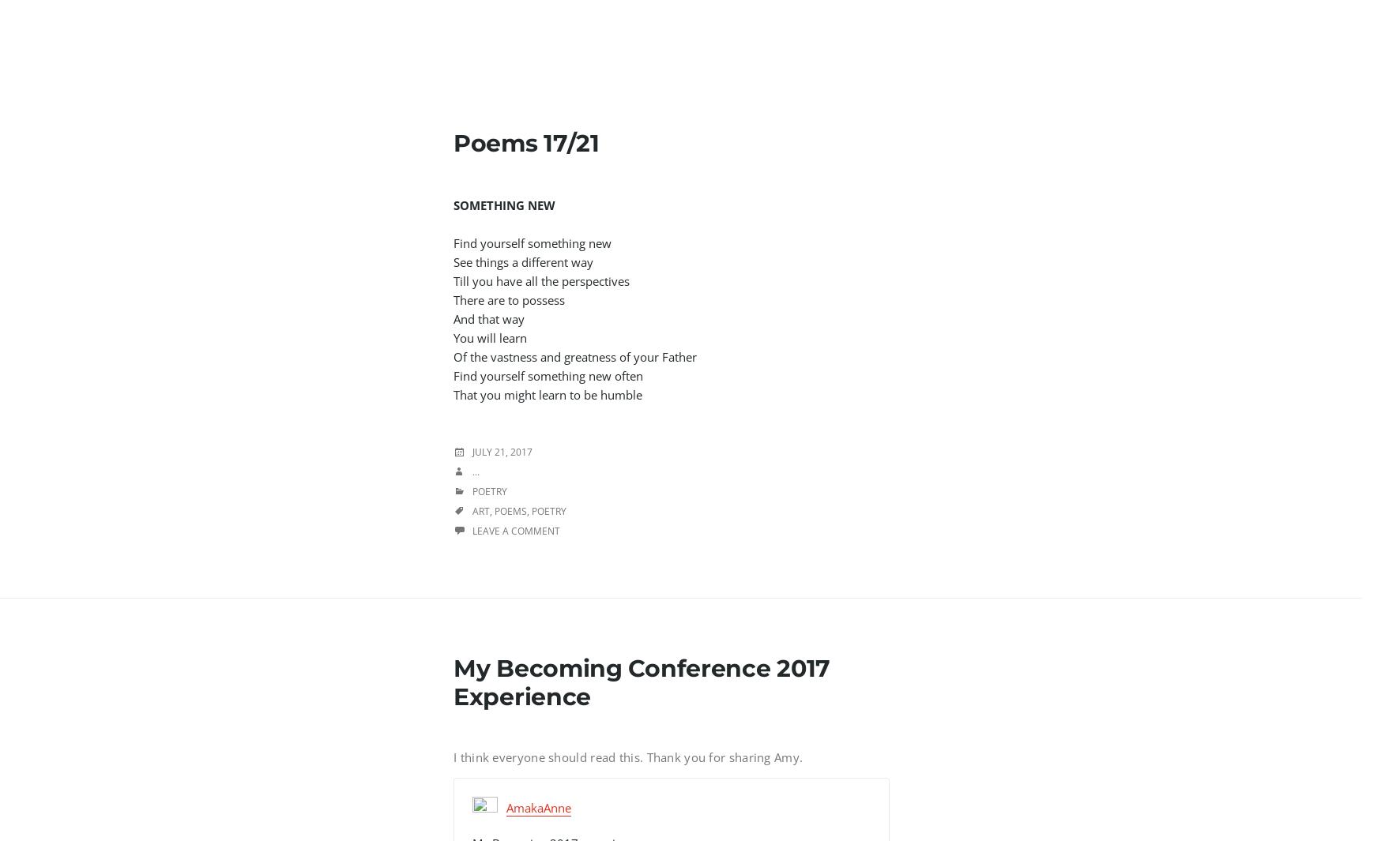 The width and height of the screenshot is (1400, 841). Describe the element at coordinates (495, 510) in the screenshot. I see `'poems'` at that location.